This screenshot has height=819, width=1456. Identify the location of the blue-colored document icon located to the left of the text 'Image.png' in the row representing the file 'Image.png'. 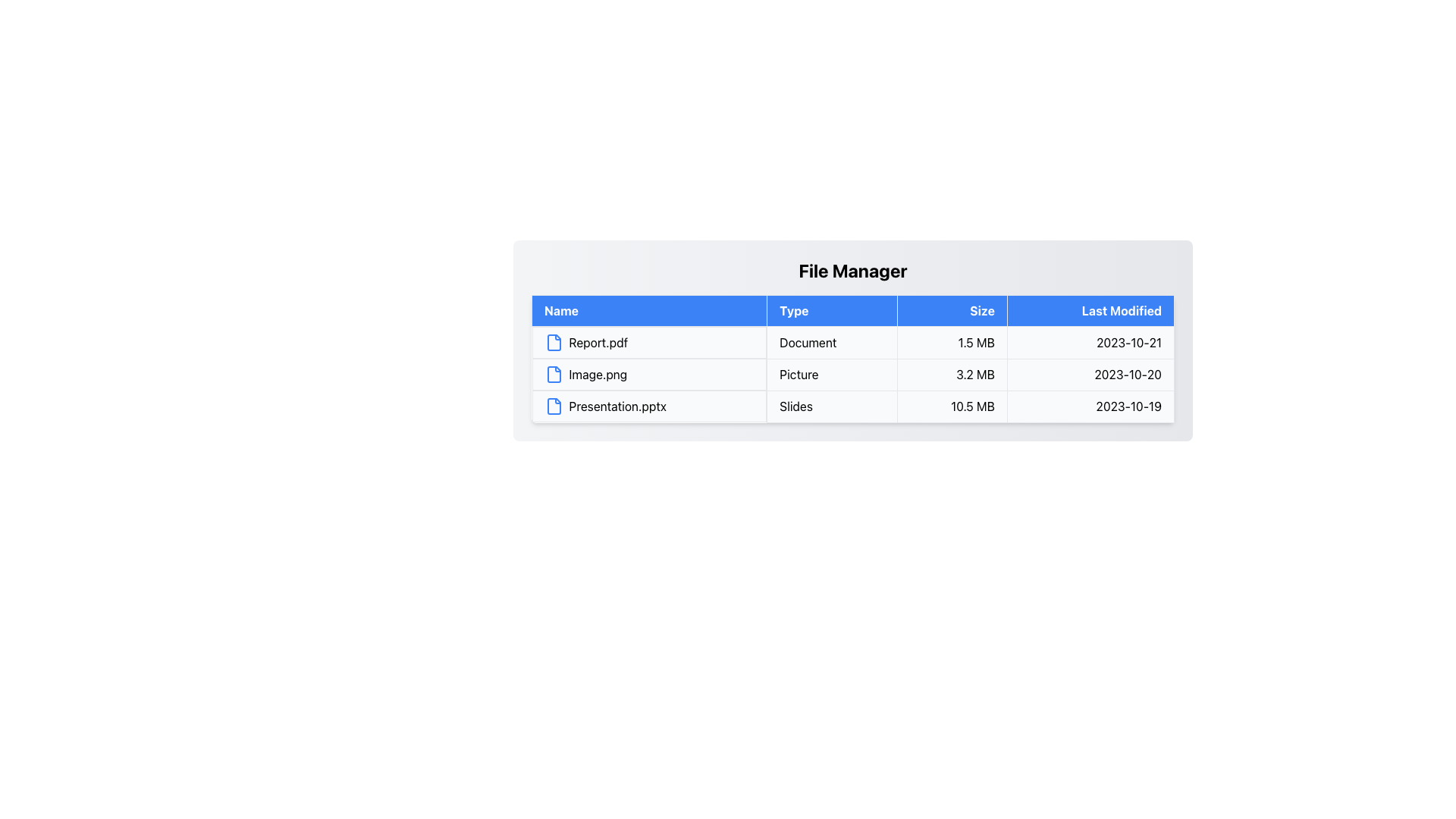
(553, 374).